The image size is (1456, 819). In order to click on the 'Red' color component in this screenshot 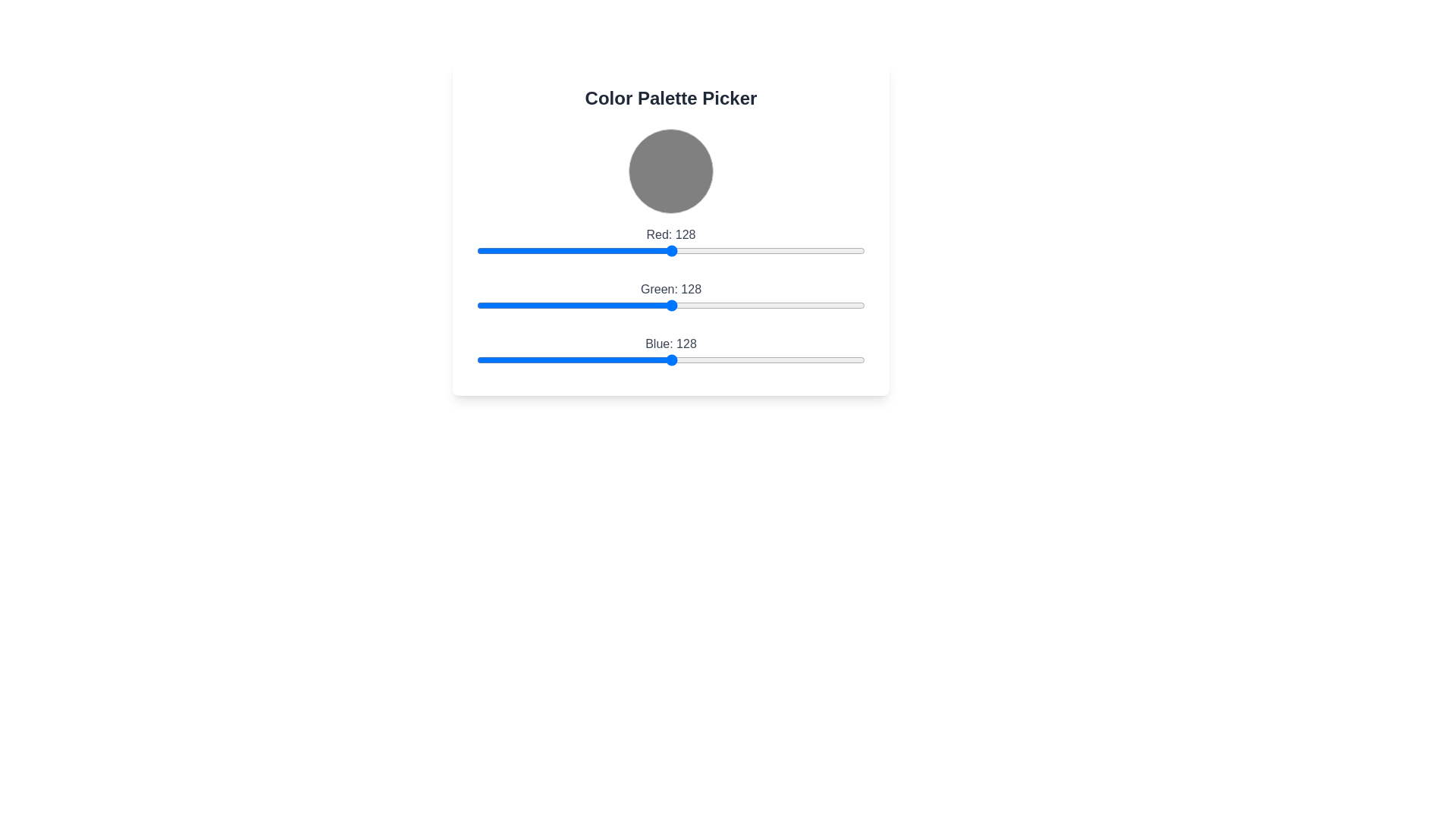, I will do `click(482, 250)`.